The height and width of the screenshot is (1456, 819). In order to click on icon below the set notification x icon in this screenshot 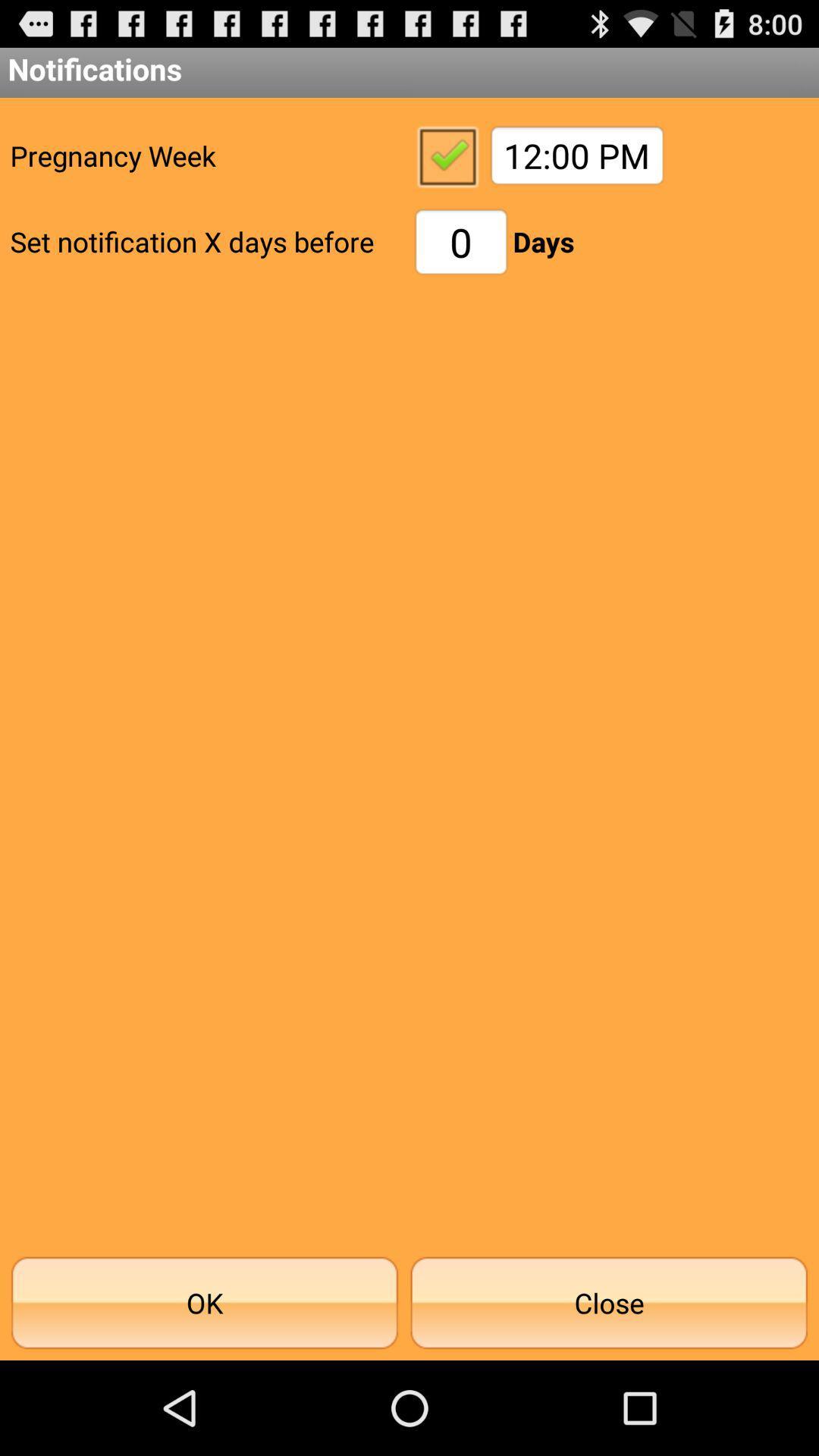, I will do `click(205, 1302)`.